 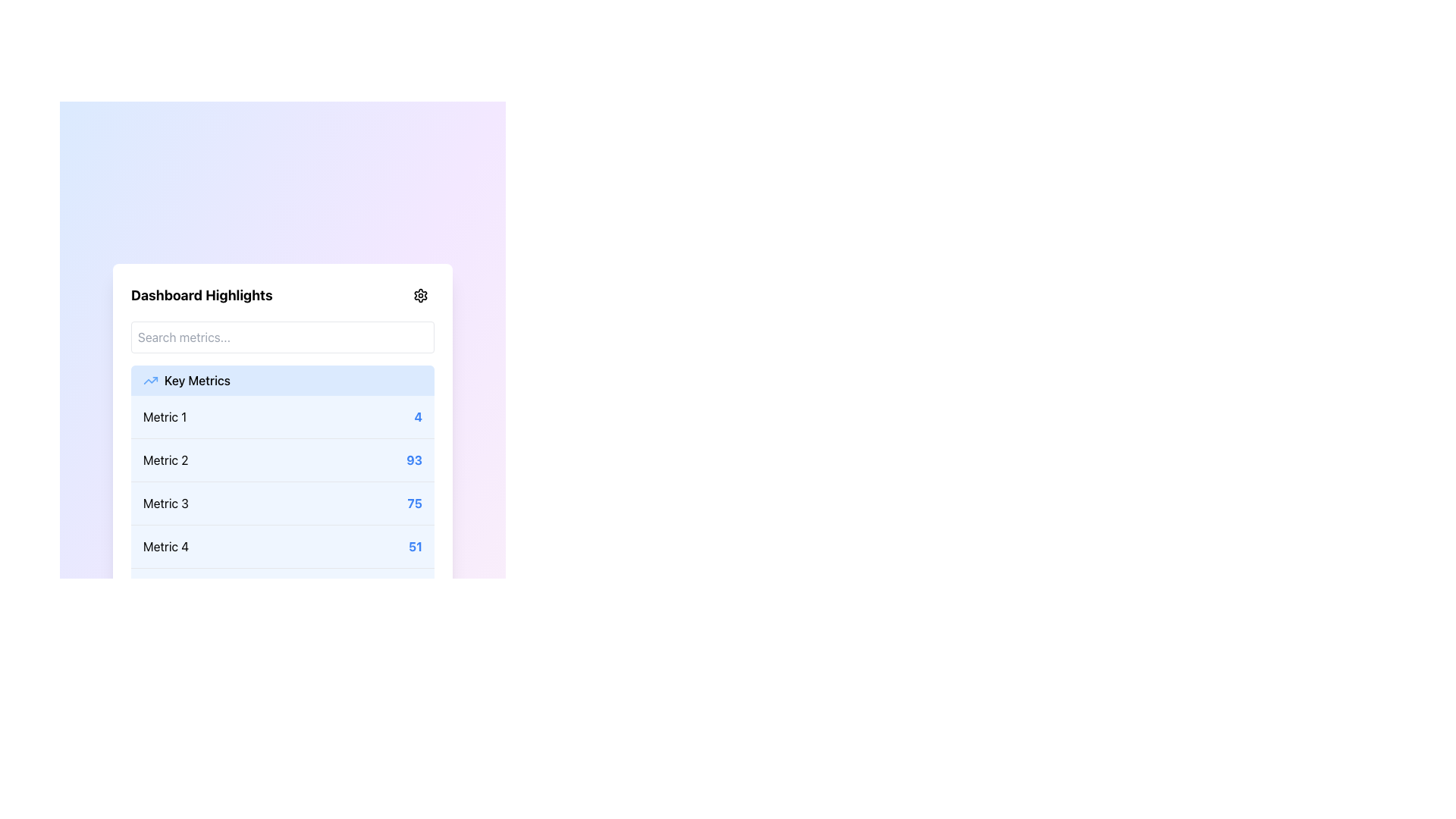 What do you see at coordinates (415, 503) in the screenshot?
I see `the static text component displaying the value '75' associated with the 'Metric 3' label in the 'Key Metrics' section` at bounding box center [415, 503].